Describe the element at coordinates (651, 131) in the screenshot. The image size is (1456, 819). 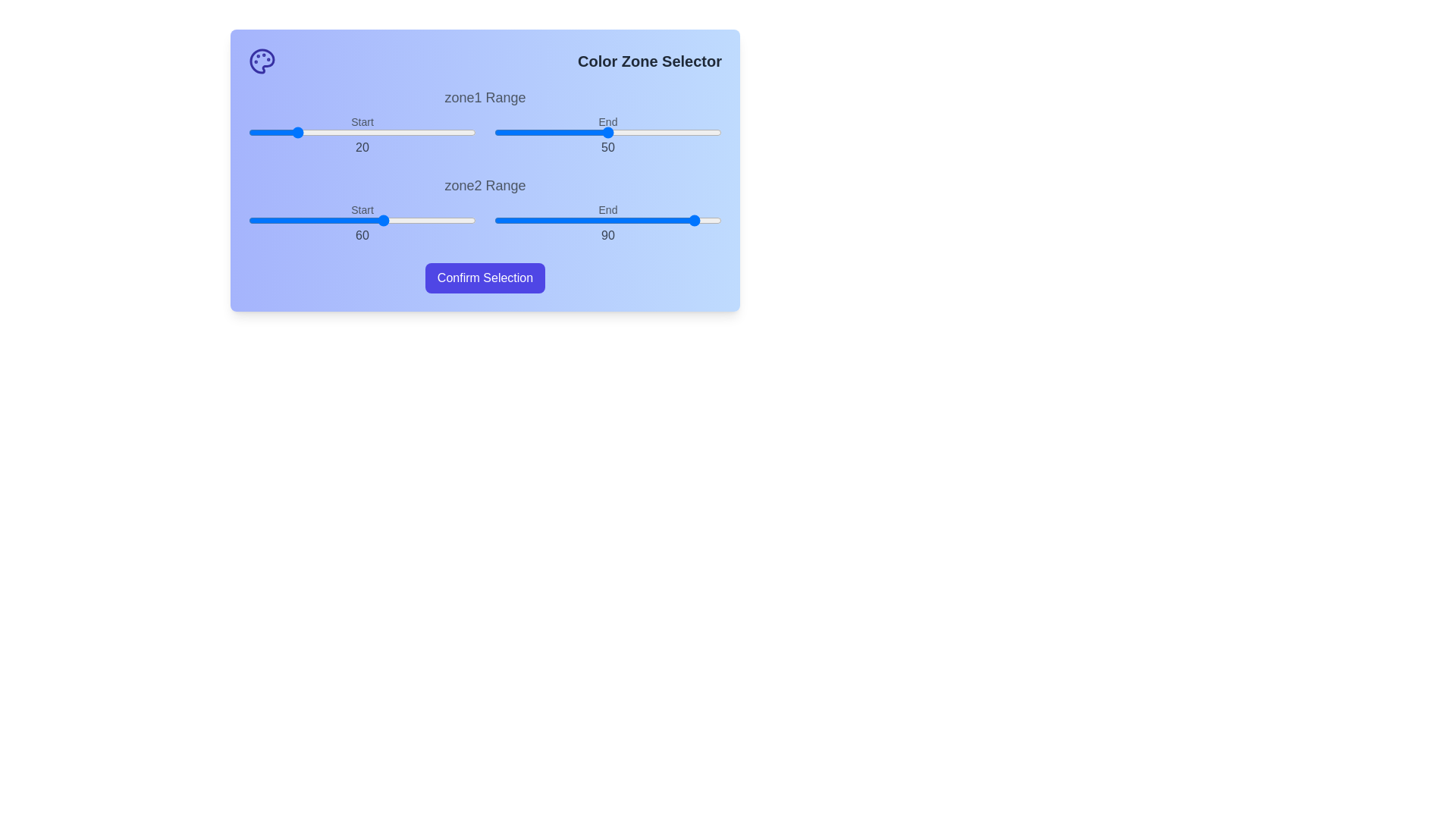
I see `the end range slider for zone1 to 69` at that location.